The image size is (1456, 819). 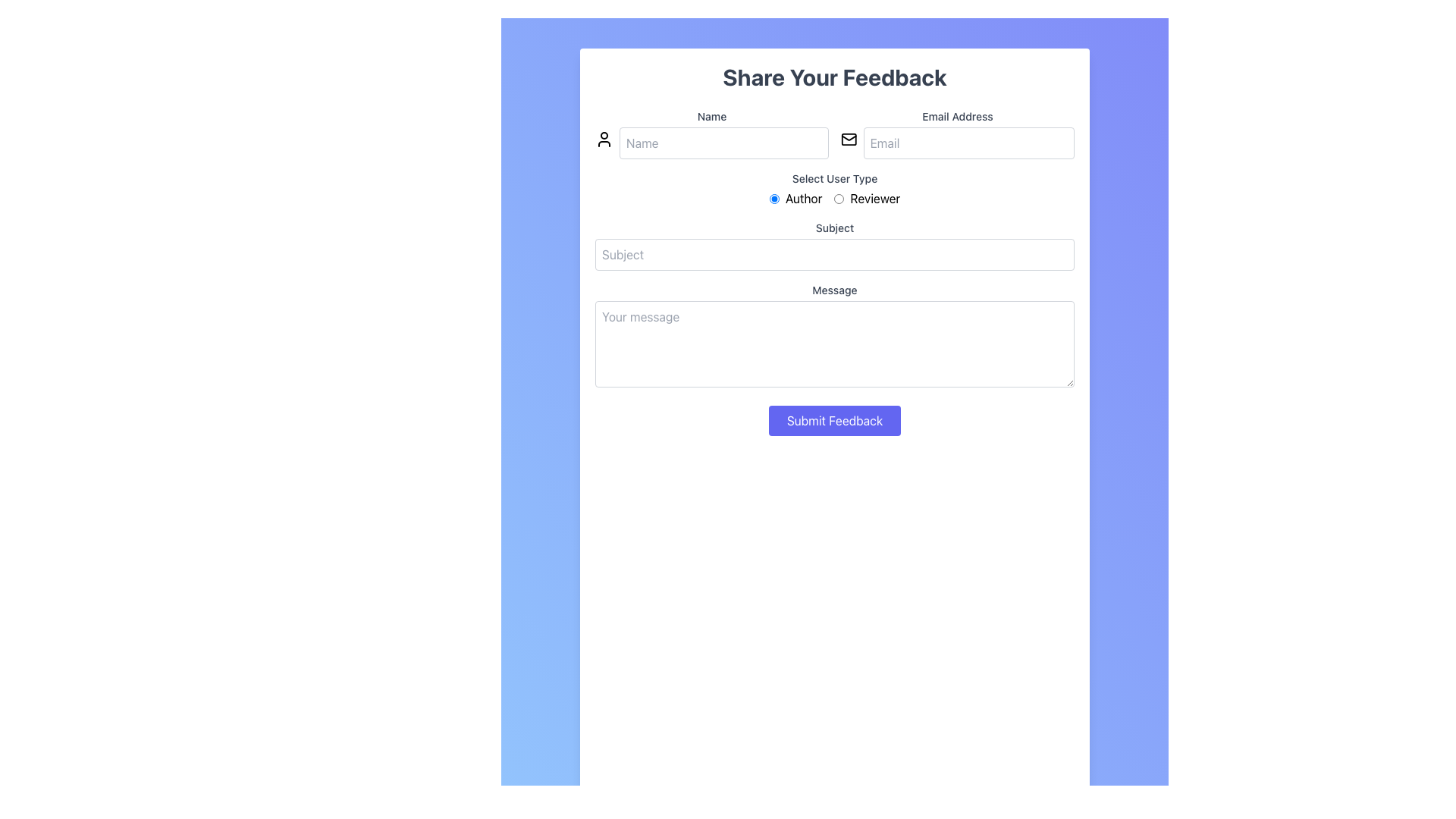 I want to click on the static text label that identifies the 'Reviewer' user type, located to the right of the corresponding radio button under the 'Select User Type' heading on the feedback form, so click(x=875, y=198).